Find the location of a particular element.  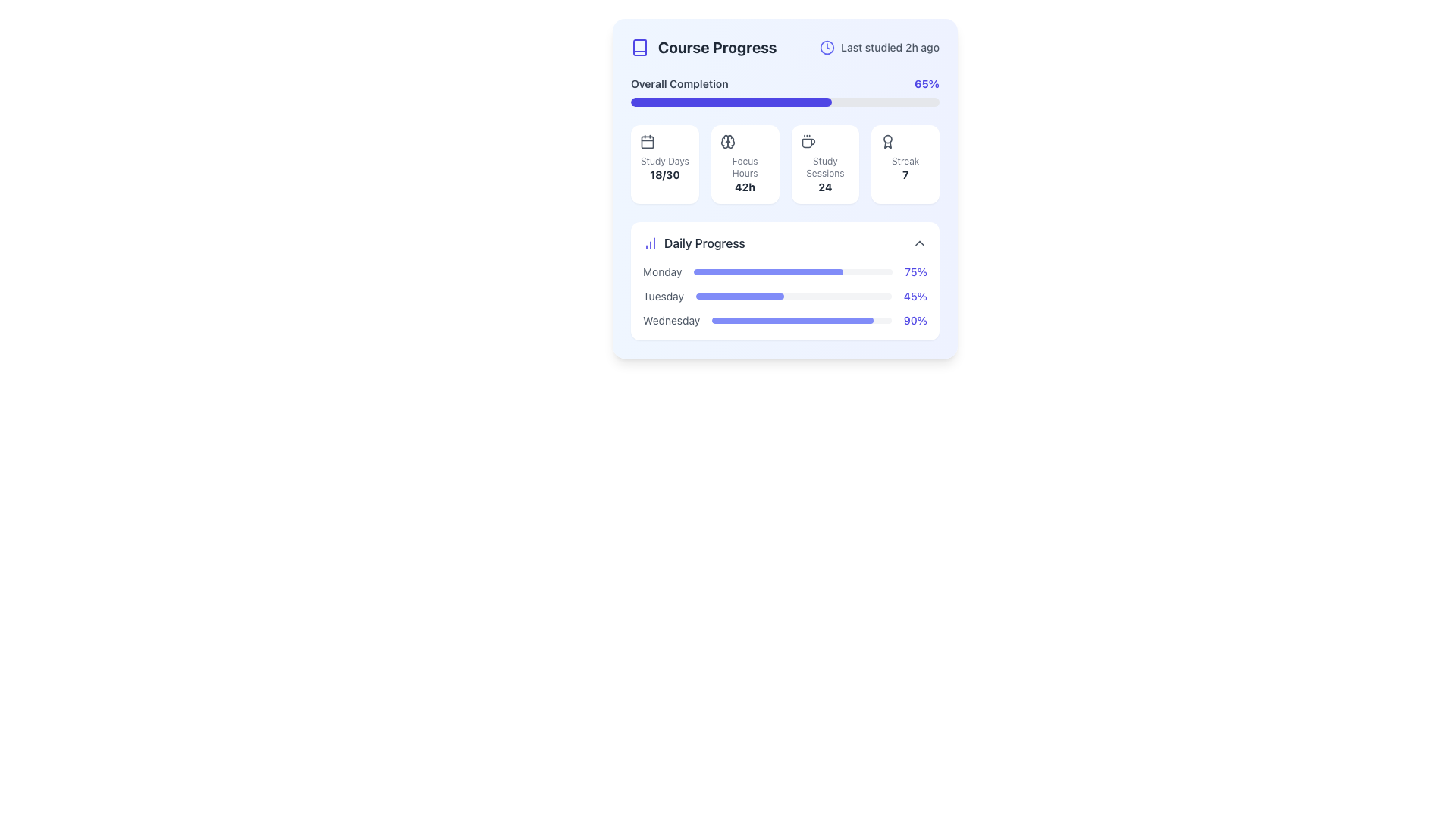

the Informational card displaying 'Study Sessions' with the number '24' at the bottom, located in the 4-column grid below the progress bar labeled 'Overall Completion' is located at coordinates (824, 164).